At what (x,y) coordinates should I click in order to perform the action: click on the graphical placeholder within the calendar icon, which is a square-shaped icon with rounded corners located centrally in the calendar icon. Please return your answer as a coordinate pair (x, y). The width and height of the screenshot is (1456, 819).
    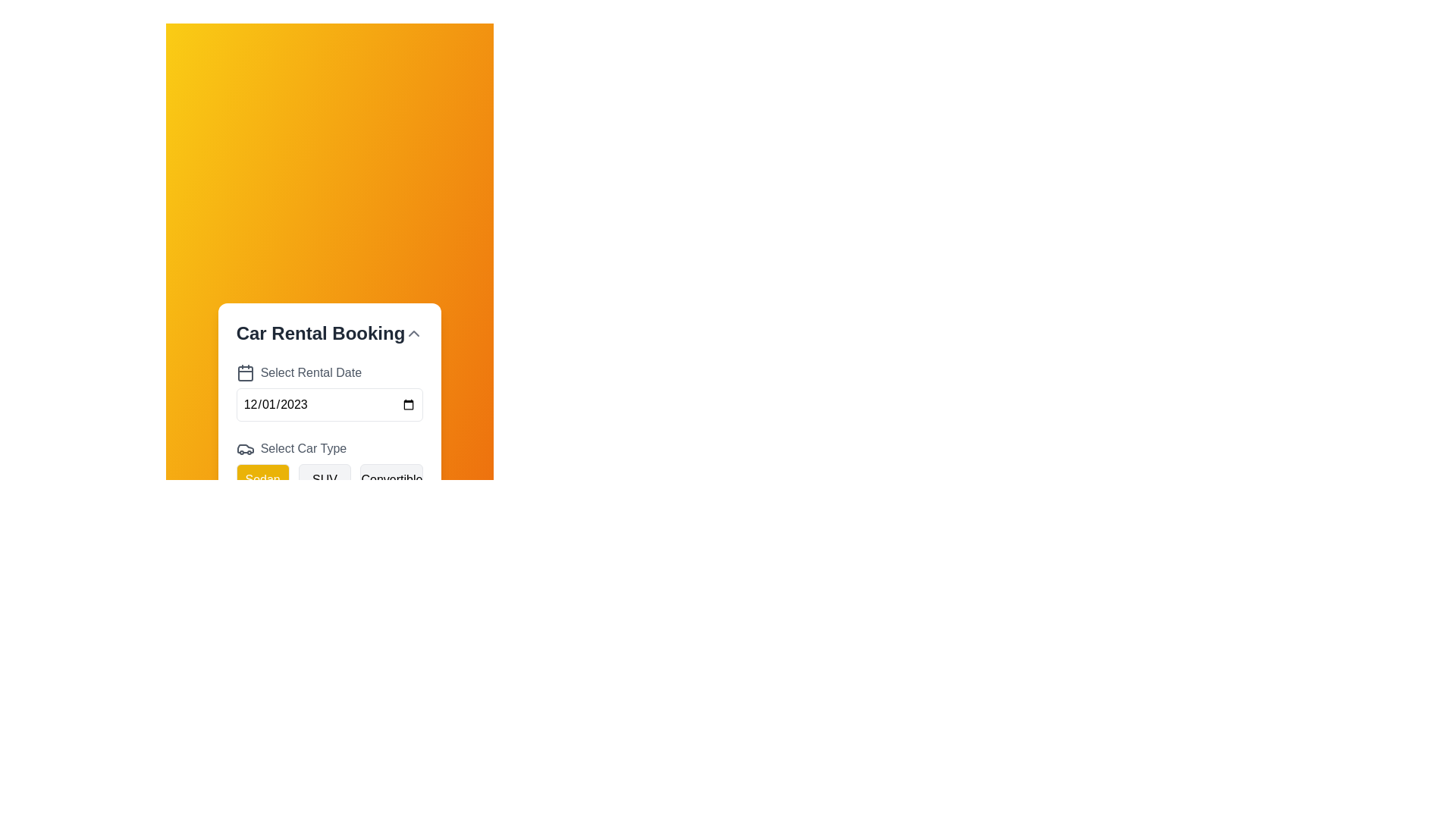
    Looking at the image, I should click on (245, 374).